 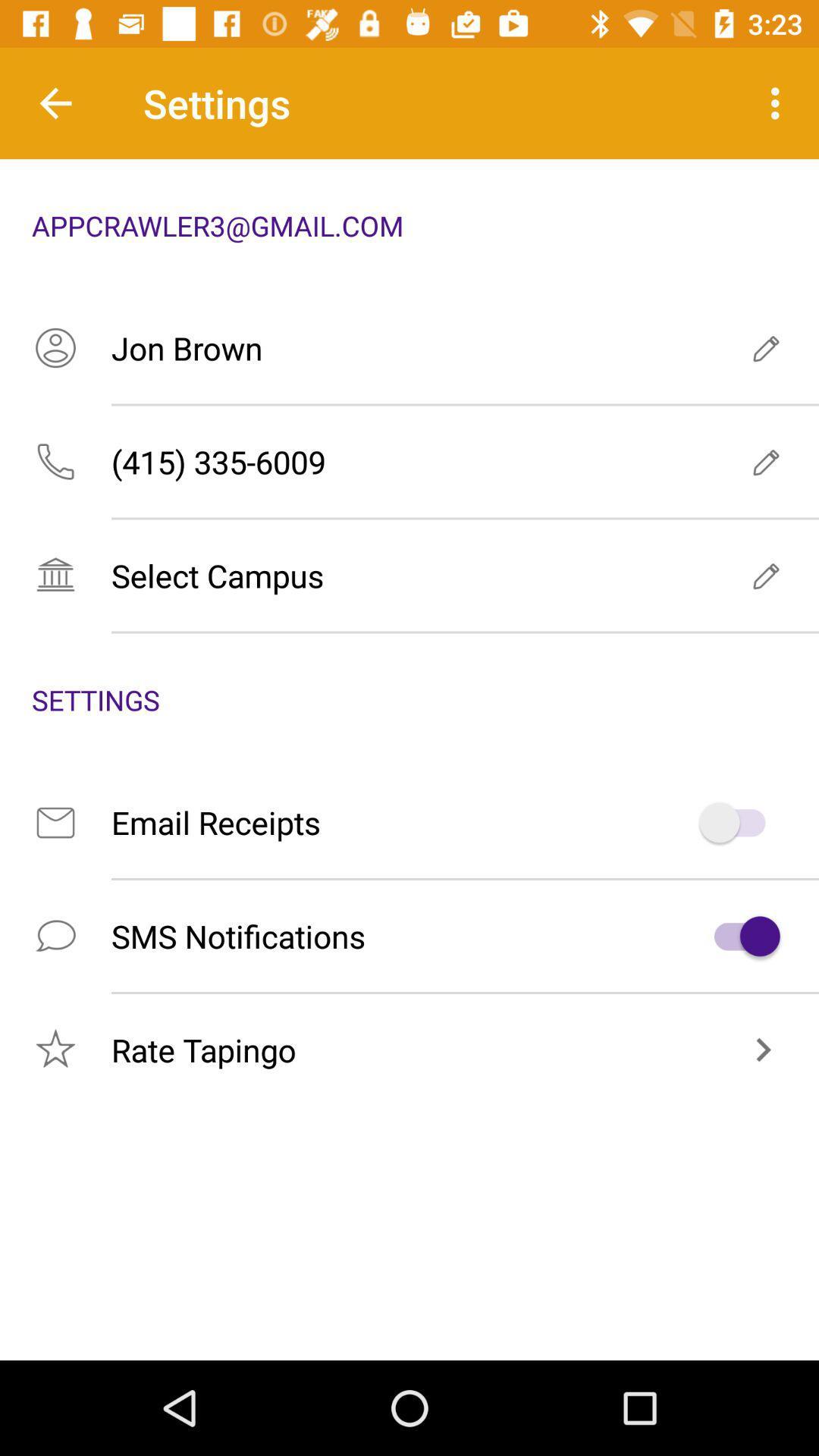 I want to click on the icon above (415) 335-6009 item, so click(x=409, y=347).